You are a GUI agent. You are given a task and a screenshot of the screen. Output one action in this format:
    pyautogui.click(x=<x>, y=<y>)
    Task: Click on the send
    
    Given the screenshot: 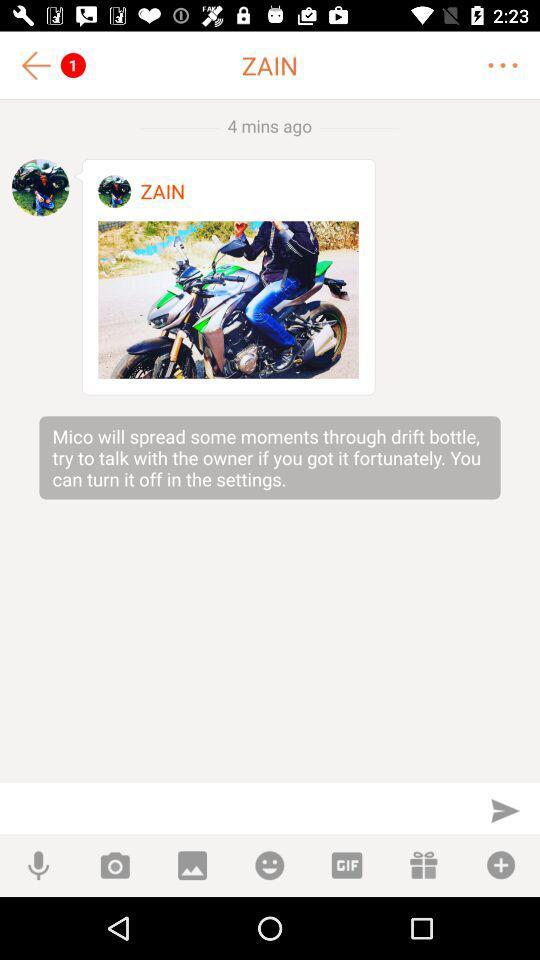 What is the action you would take?
    pyautogui.click(x=504, y=810)
    